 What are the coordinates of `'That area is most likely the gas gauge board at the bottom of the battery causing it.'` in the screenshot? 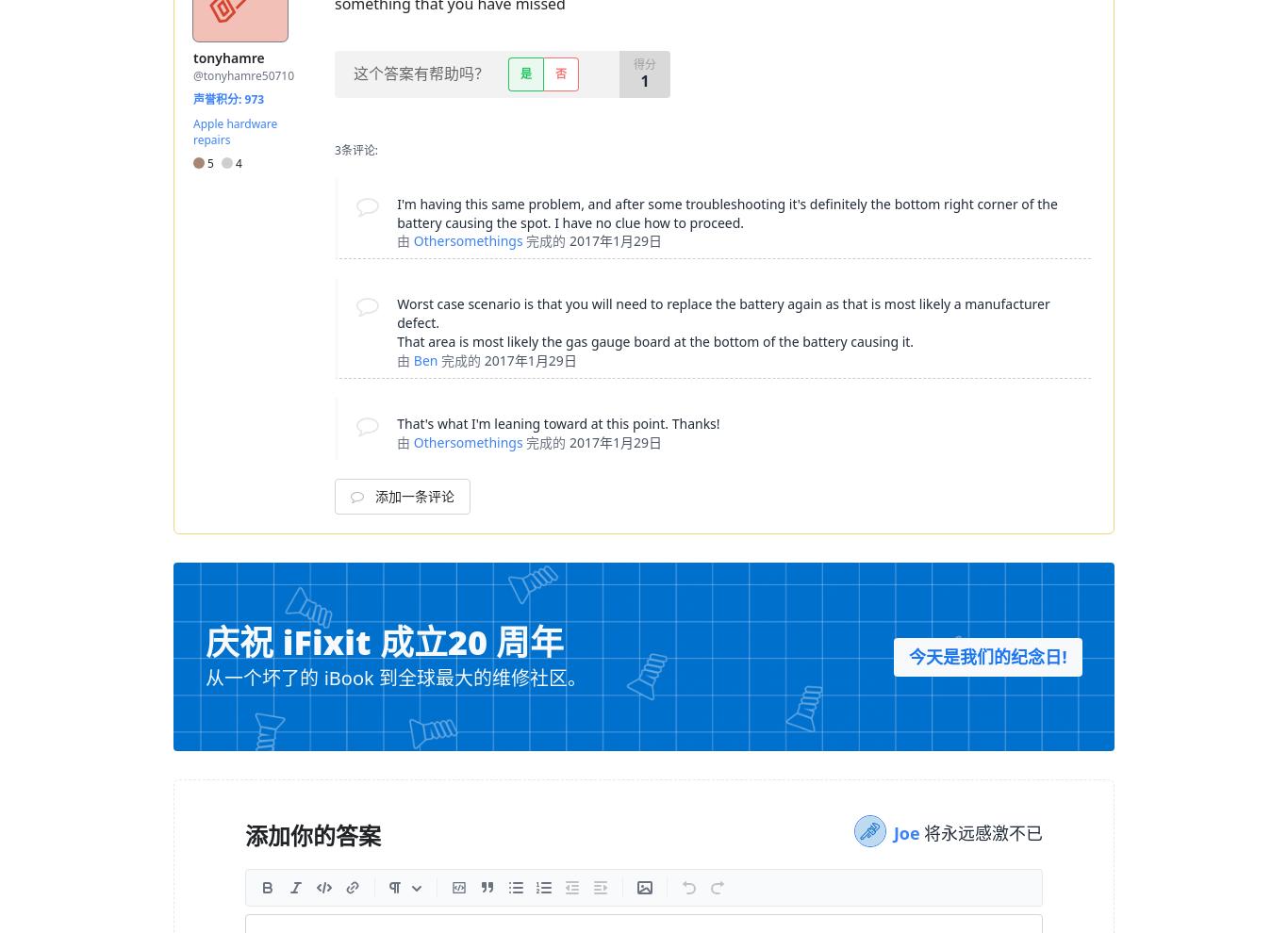 It's located at (396, 341).